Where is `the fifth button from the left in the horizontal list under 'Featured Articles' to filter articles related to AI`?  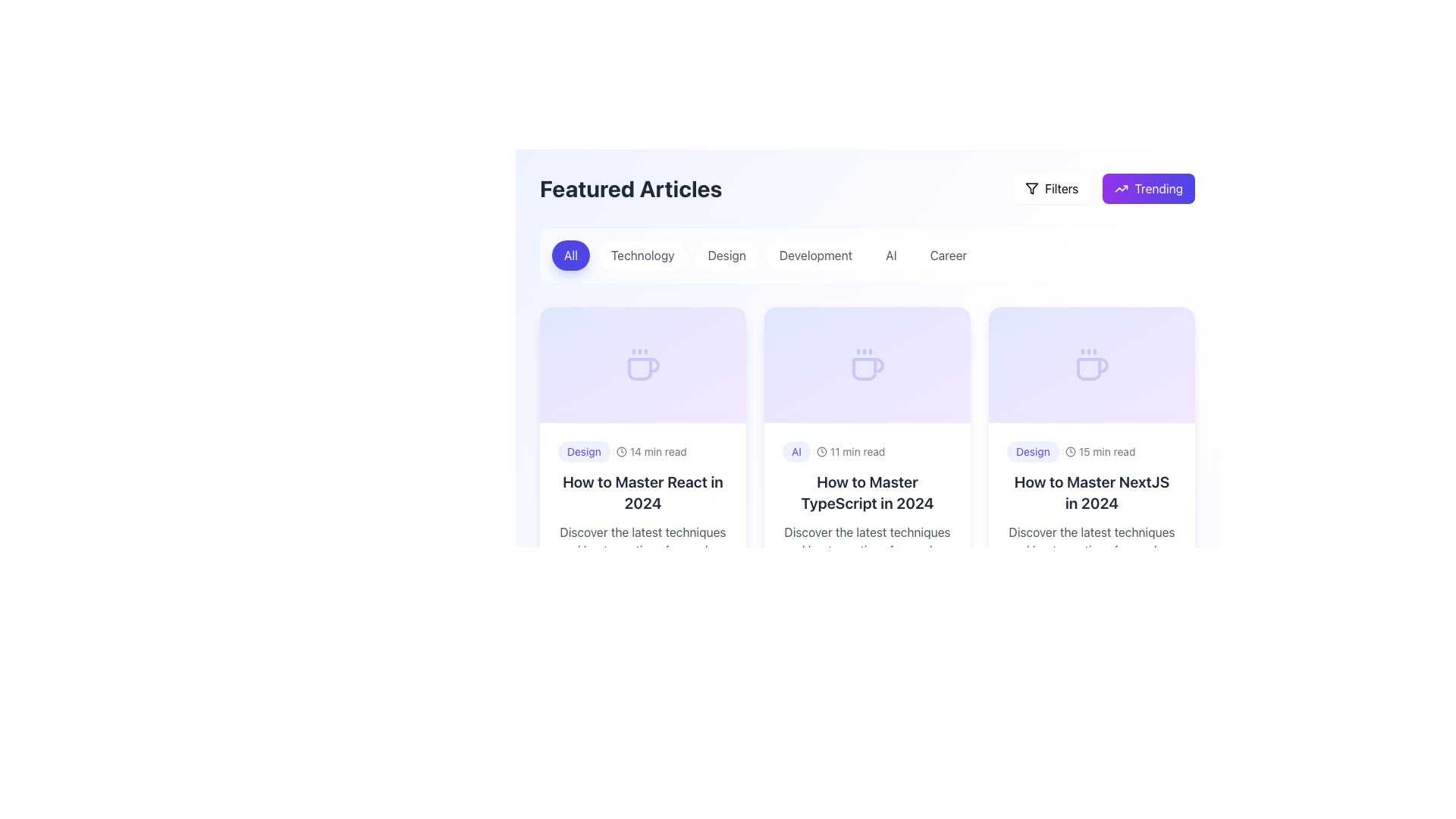 the fifth button from the left in the horizontal list under 'Featured Articles' to filter articles related to AI is located at coordinates (891, 254).